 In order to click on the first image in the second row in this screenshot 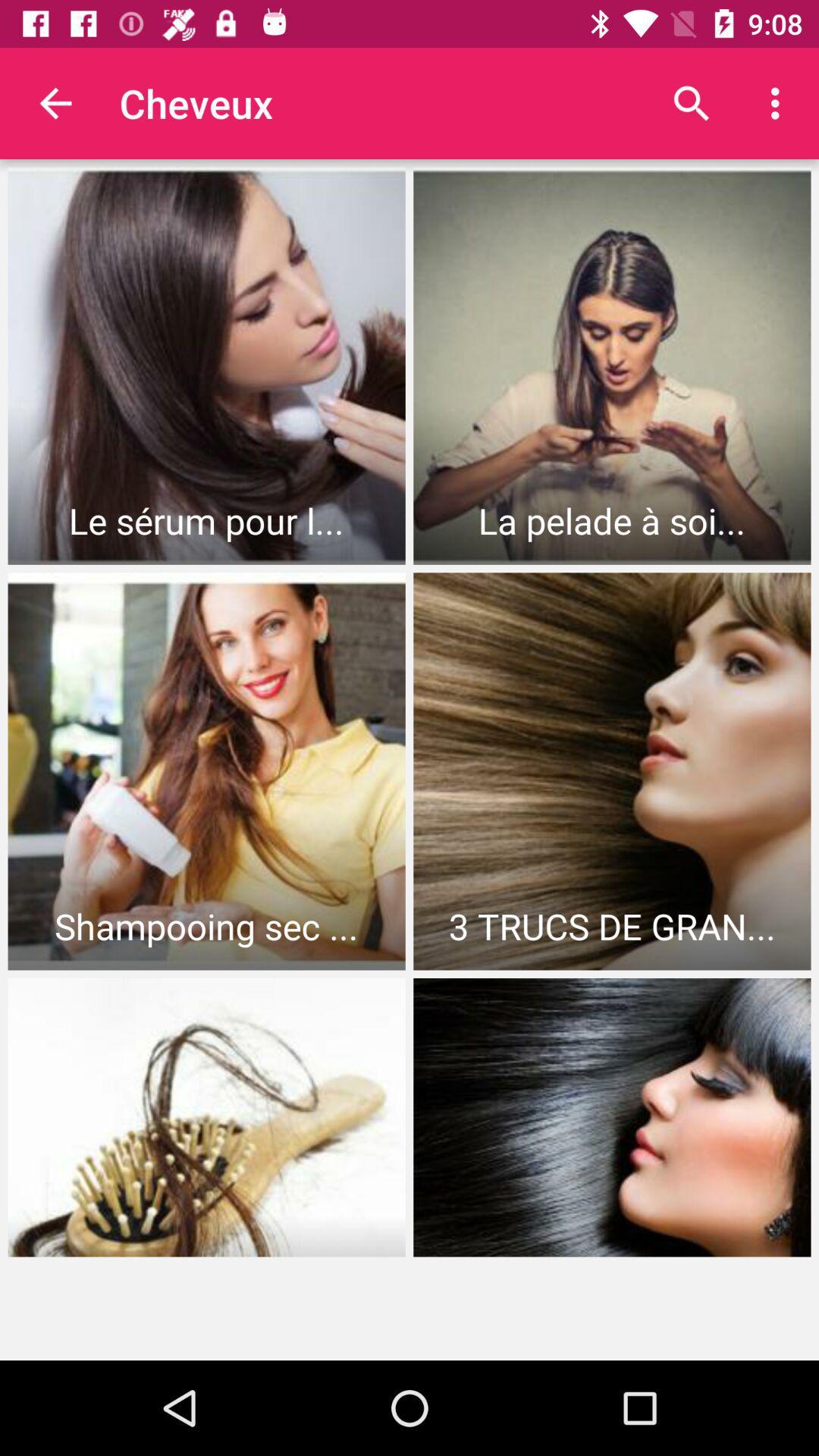, I will do `click(207, 771)`.